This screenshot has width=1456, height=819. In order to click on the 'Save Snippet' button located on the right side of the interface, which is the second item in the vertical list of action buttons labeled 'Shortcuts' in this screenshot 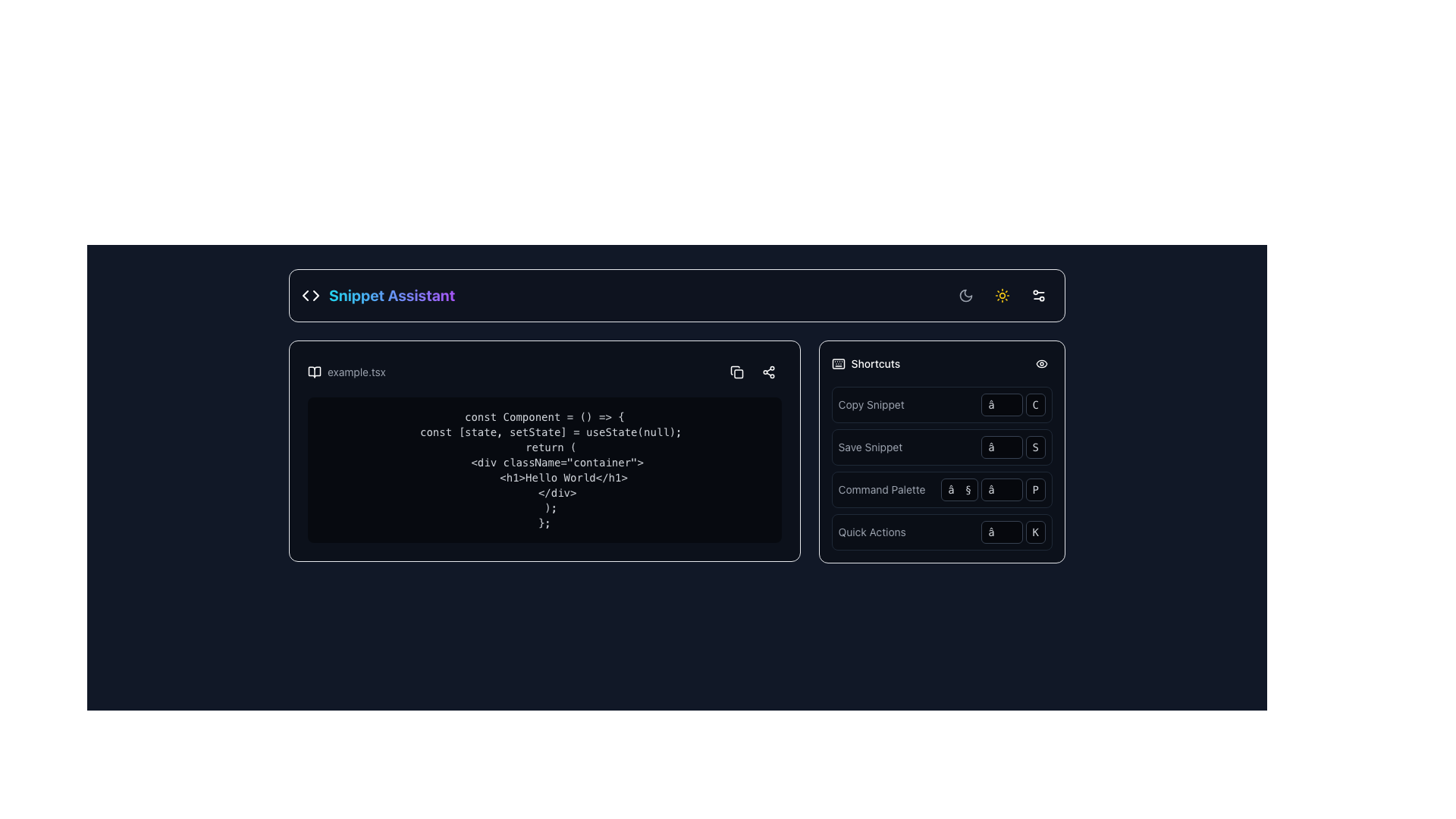, I will do `click(941, 447)`.